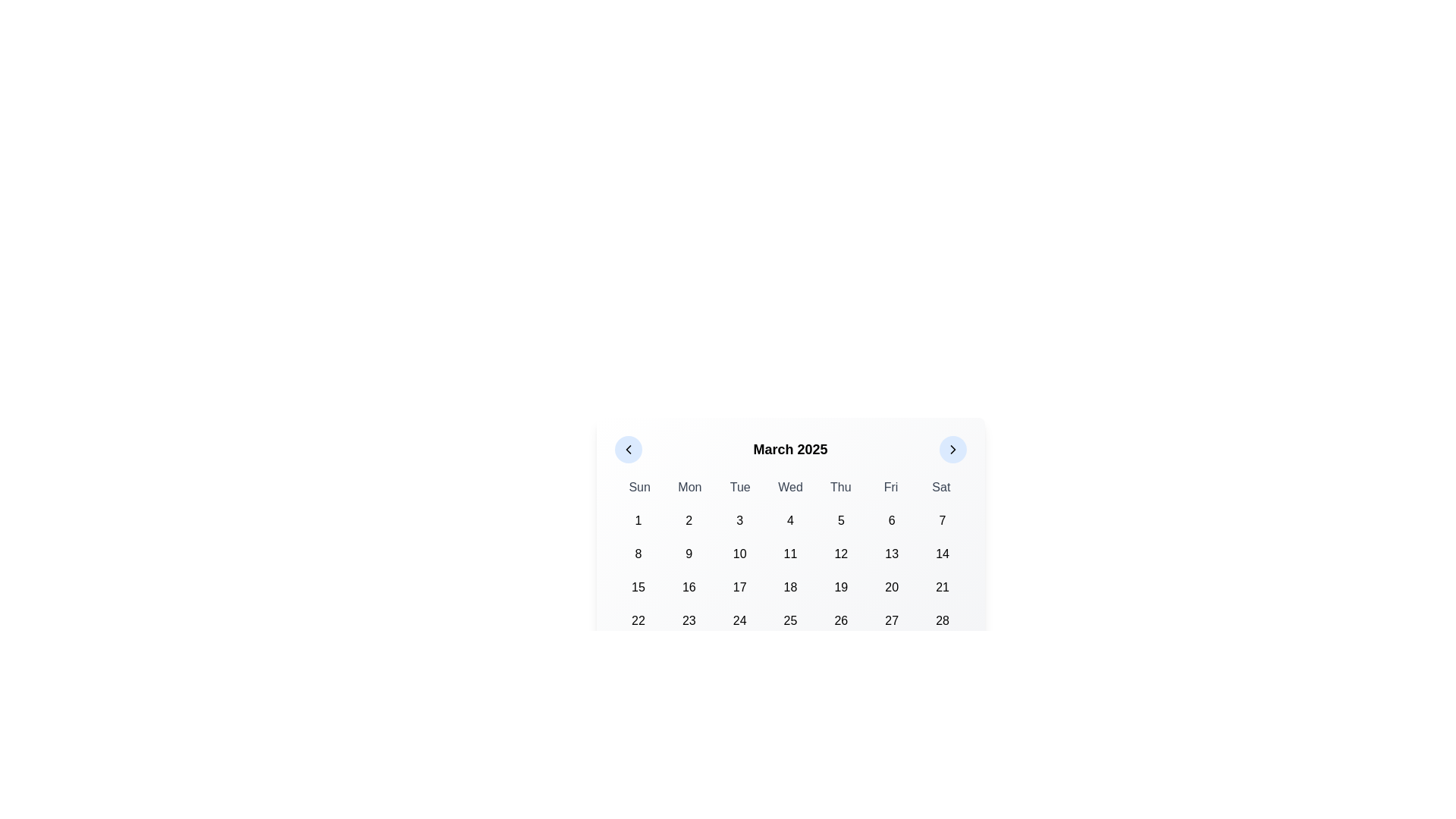 This screenshot has width=1456, height=819. I want to click on the circular button with the number '10' in bold text located in the calendar grid under 'March 2025', so click(739, 554).